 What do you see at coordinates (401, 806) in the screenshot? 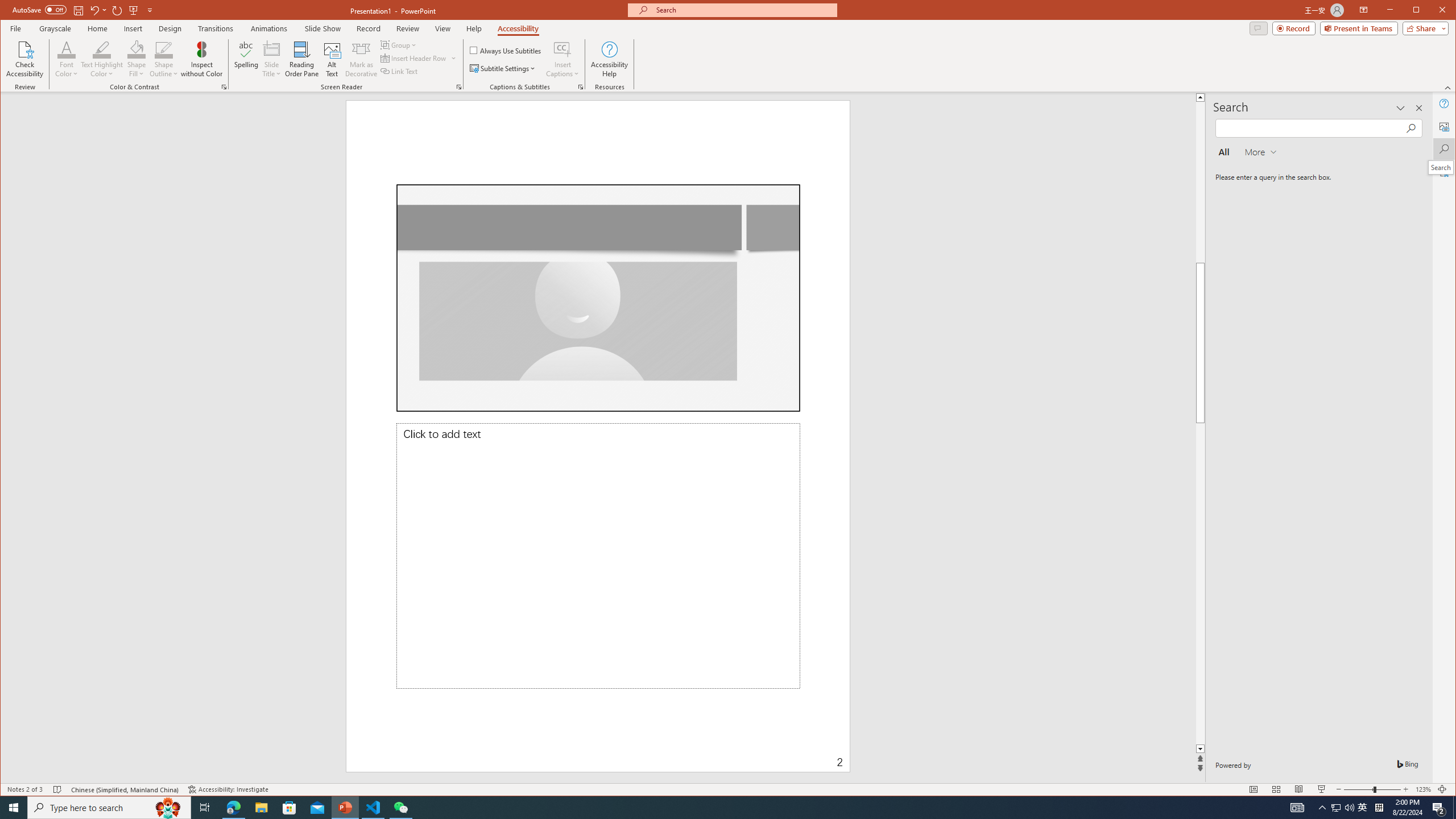
I see `'WeChat - 1 running window'` at bounding box center [401, 806].